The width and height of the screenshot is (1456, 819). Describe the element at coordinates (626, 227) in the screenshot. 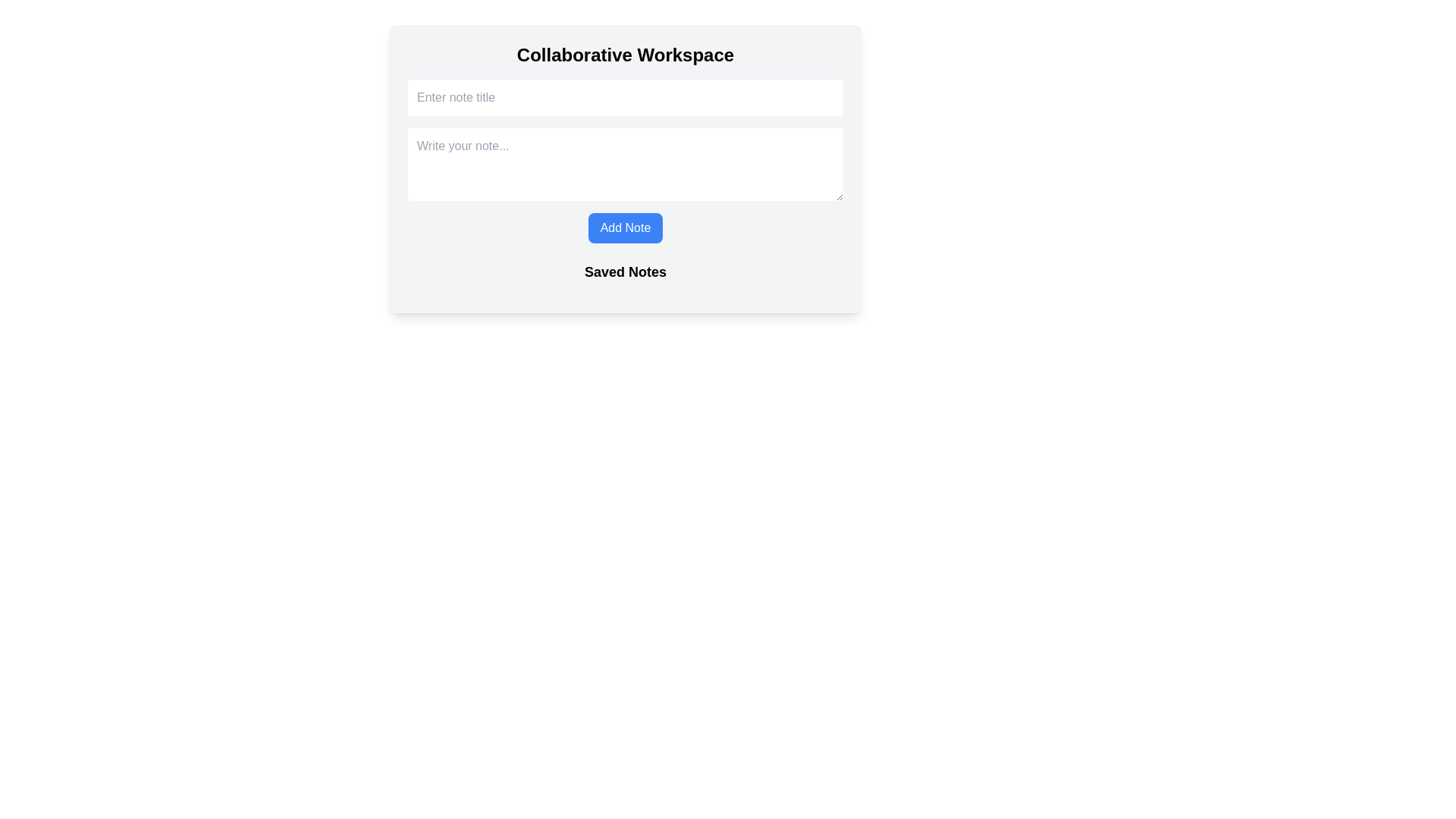

I see `the submit button located at the bottom of the form layout` at that location.